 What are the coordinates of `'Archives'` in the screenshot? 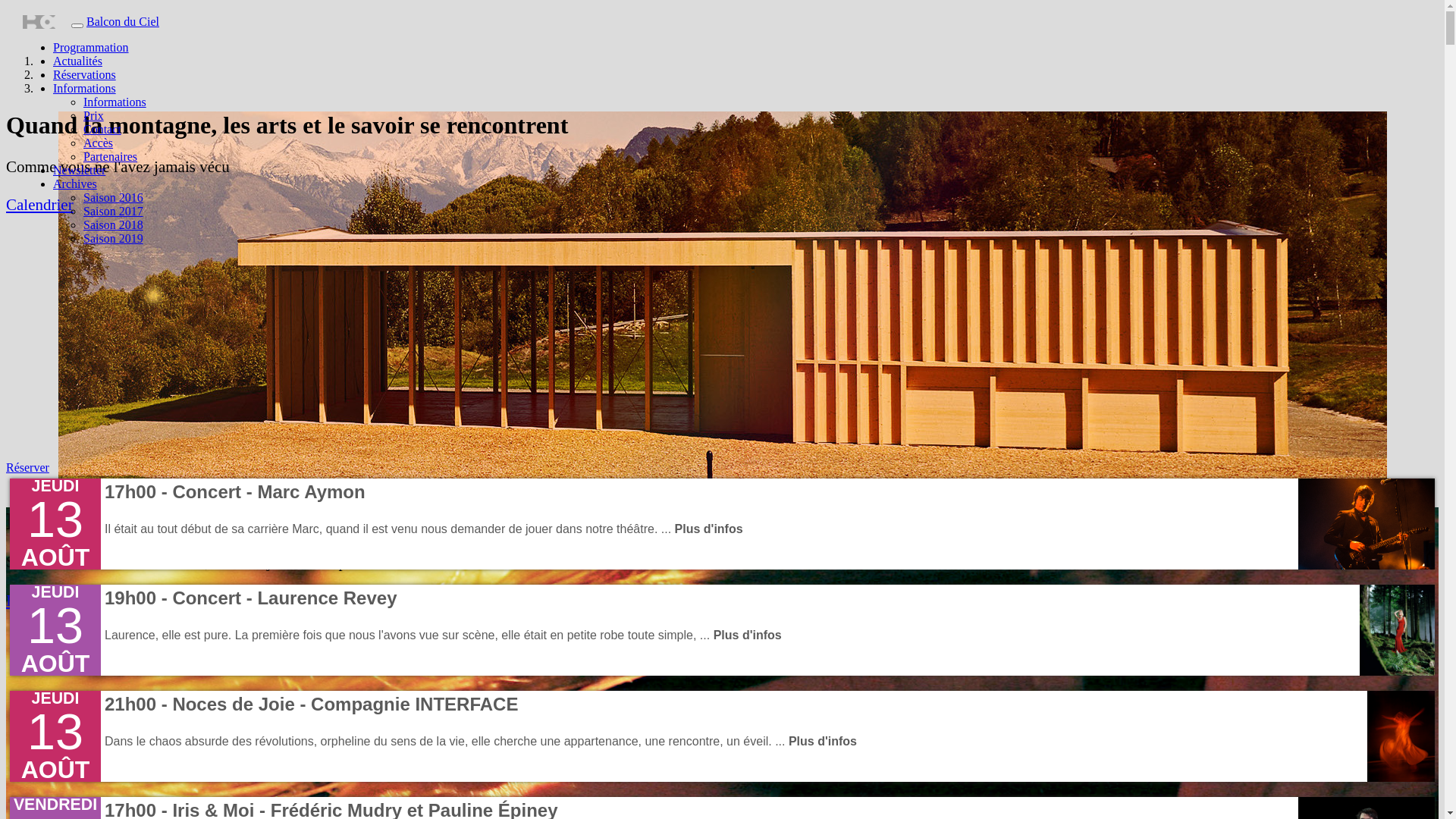 It's located at (74, 183).